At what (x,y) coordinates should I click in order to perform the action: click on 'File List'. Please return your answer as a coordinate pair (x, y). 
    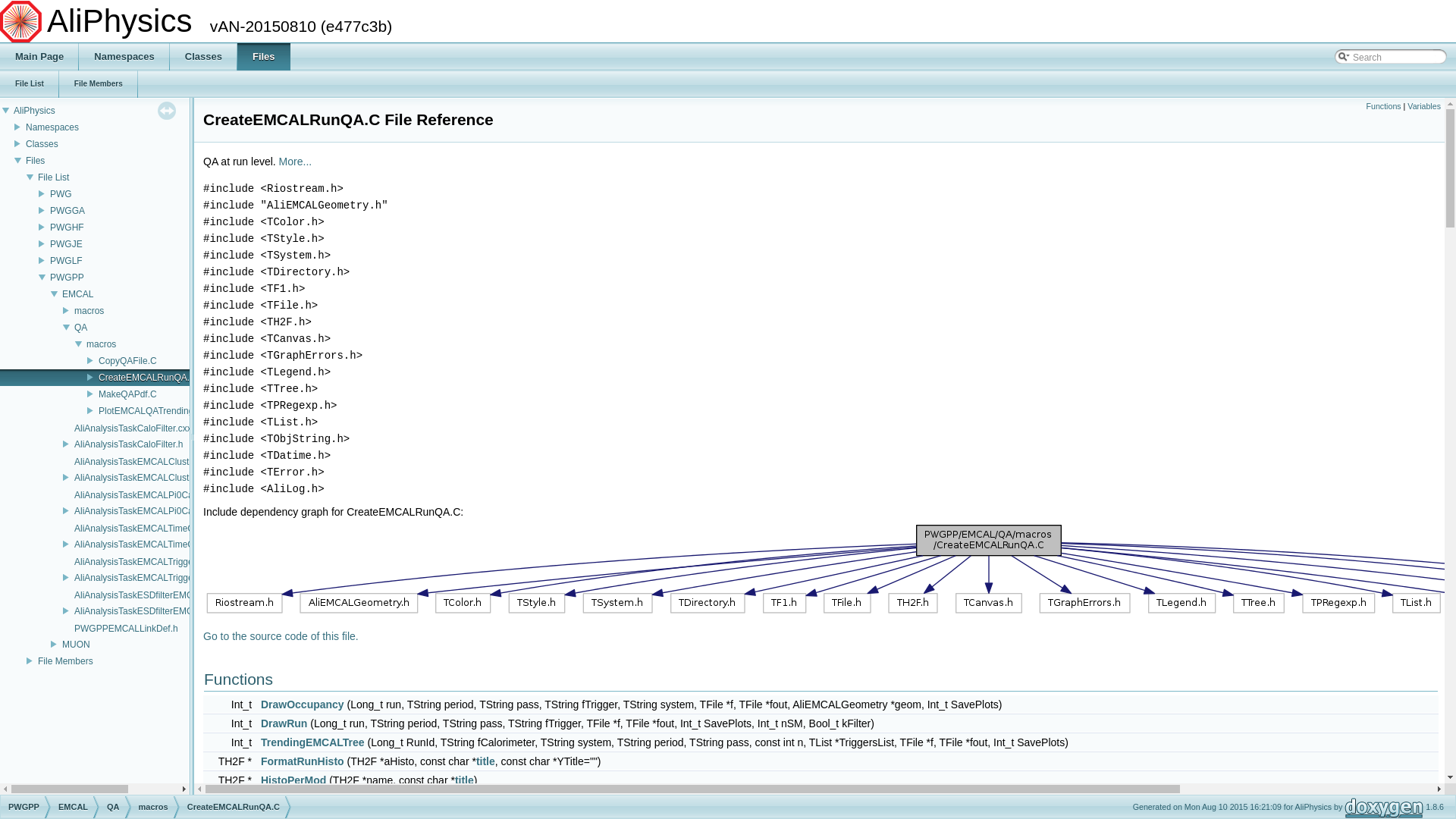
    Looking at the image, I should click on (29, 84).